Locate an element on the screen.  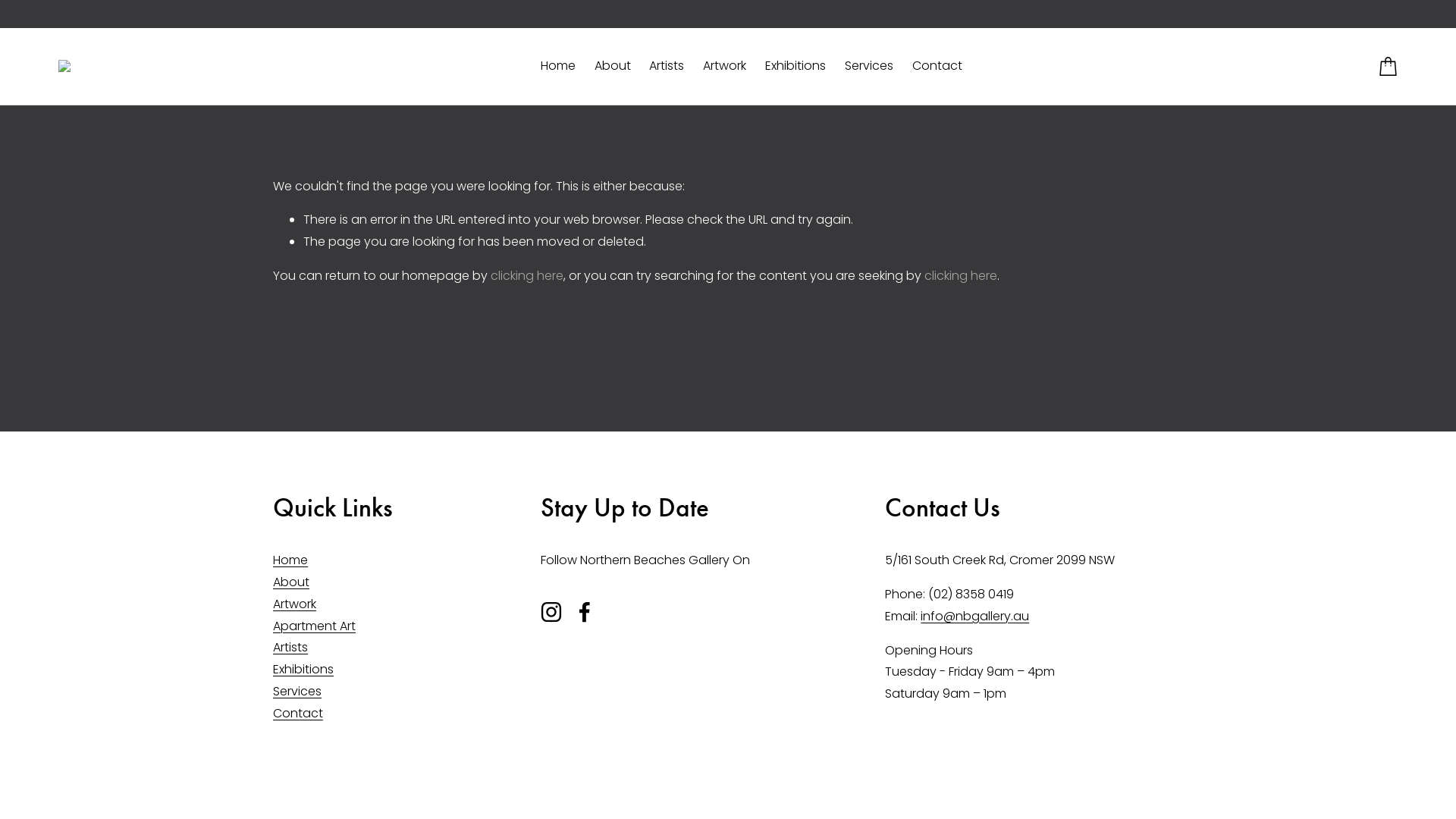
'Artists' is located at coordinates (666, 65).